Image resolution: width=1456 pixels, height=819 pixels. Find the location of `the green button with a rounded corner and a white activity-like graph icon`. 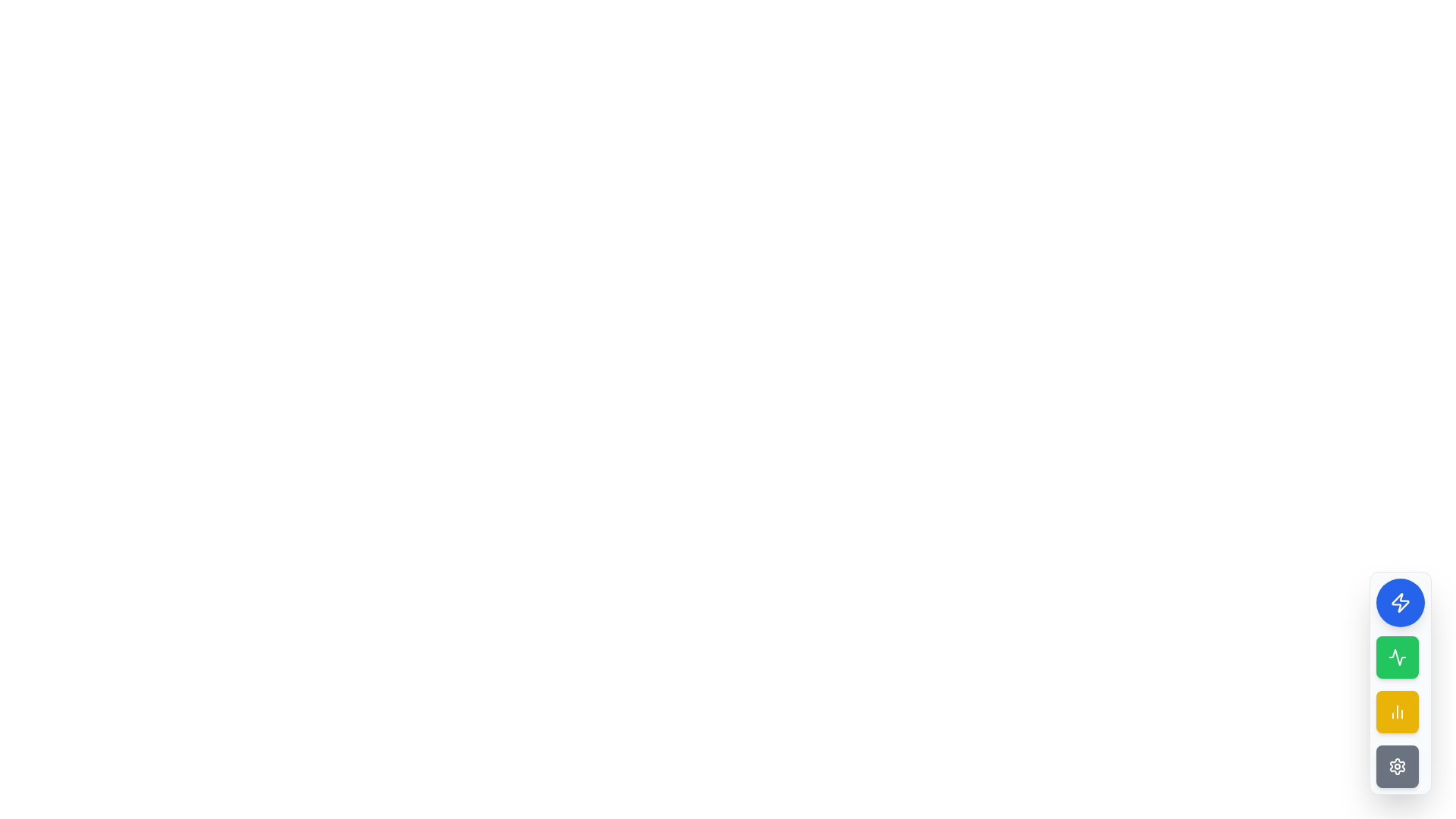

the green button with a rounded corner and a white activity-like graph icon is located at coordinates (1397, 657).